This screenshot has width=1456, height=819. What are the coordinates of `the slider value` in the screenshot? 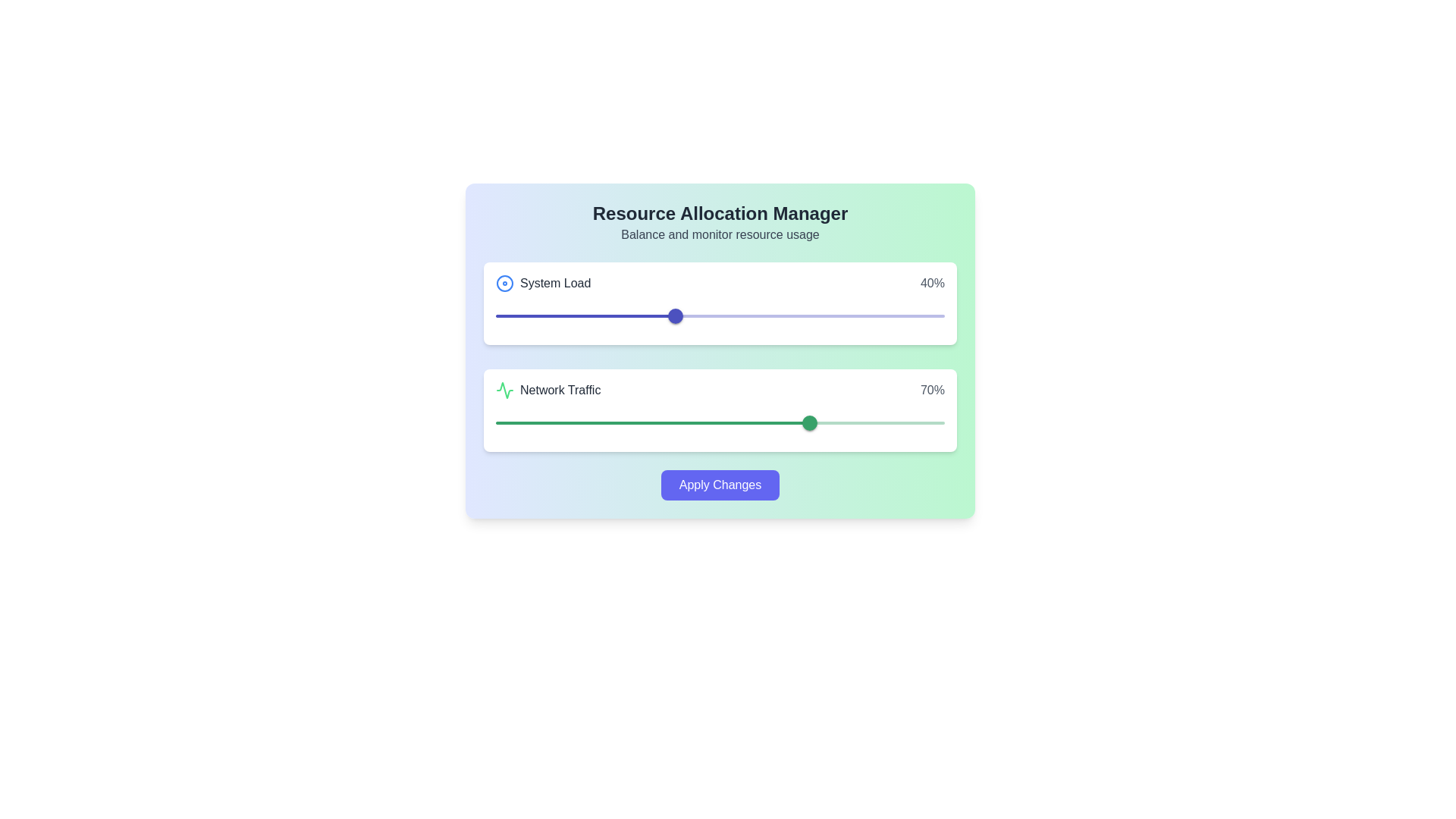 It's located at (868, 423).